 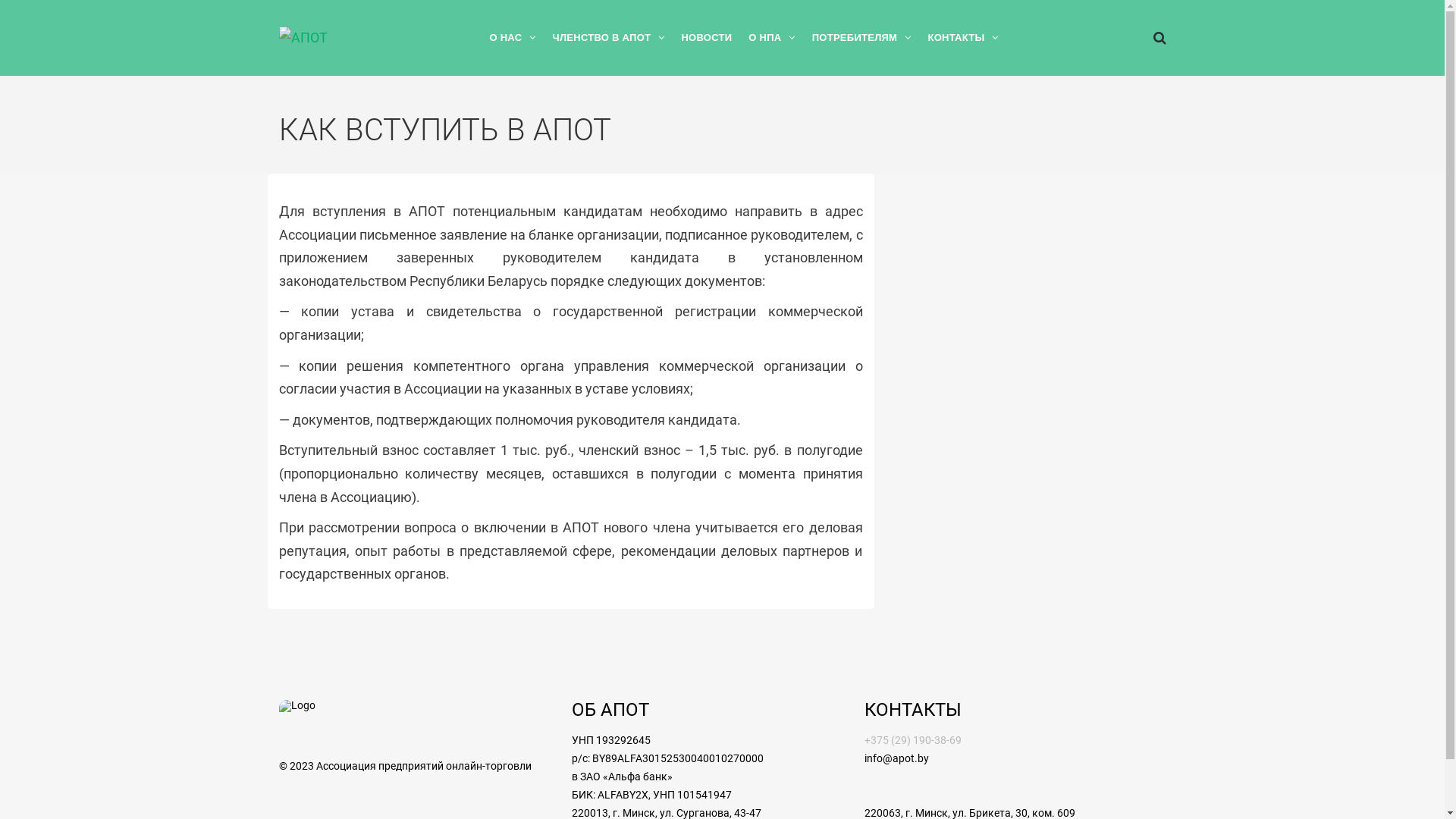 What do you see at coordinates (912, 739) in the screenshot?
I see `'+375 (29) 190-38-69'` at bounding box center [912, 739].